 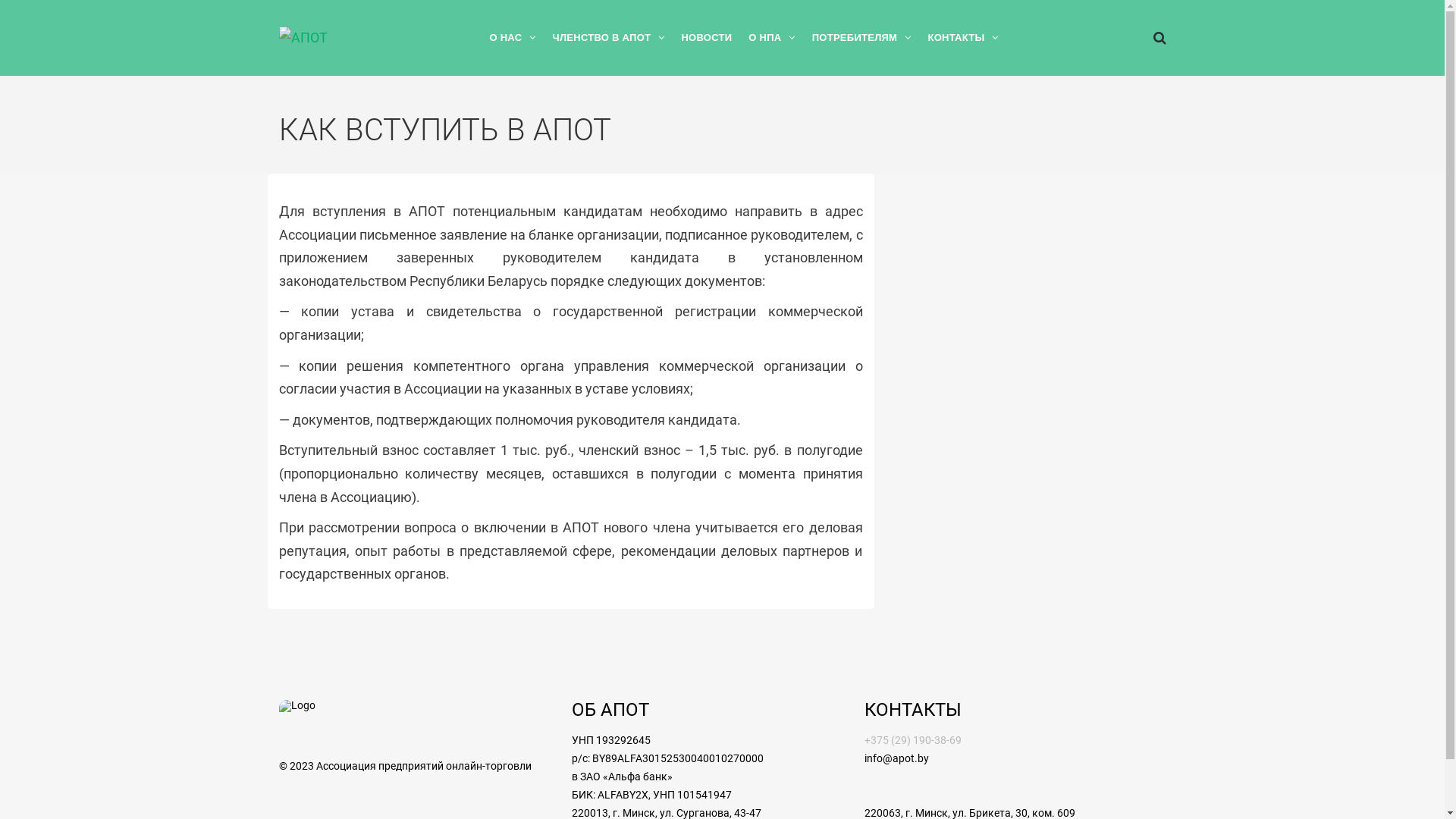 What do you see at coordinates (912, 739) in the screenshot?
I see `'+375 (29) 190-38-69'` at bounding box center [912, 739].